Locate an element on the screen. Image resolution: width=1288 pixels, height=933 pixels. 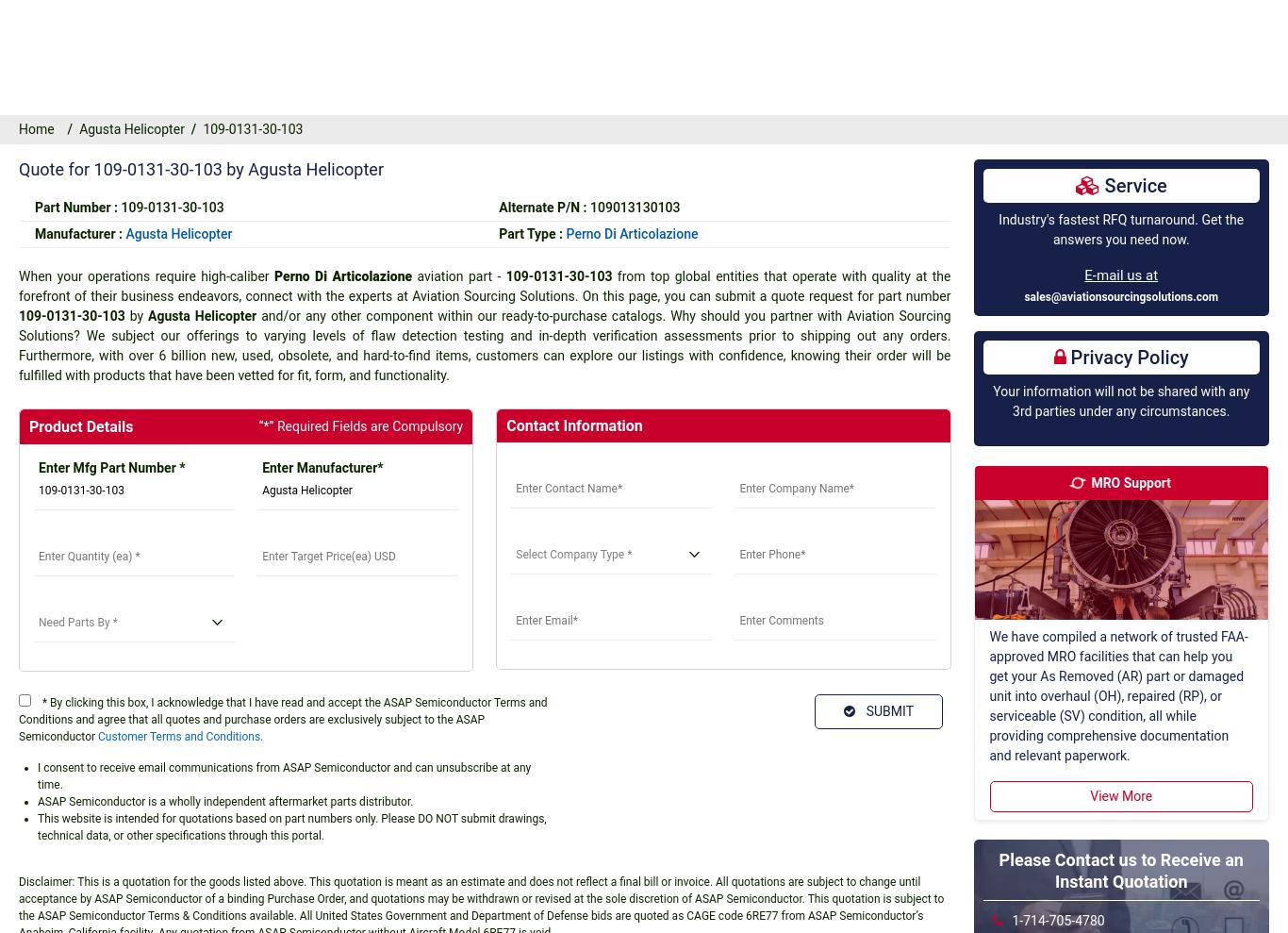
'All shipments must comply with U.S.A. export laws.' is located at coordinates (694, 750).